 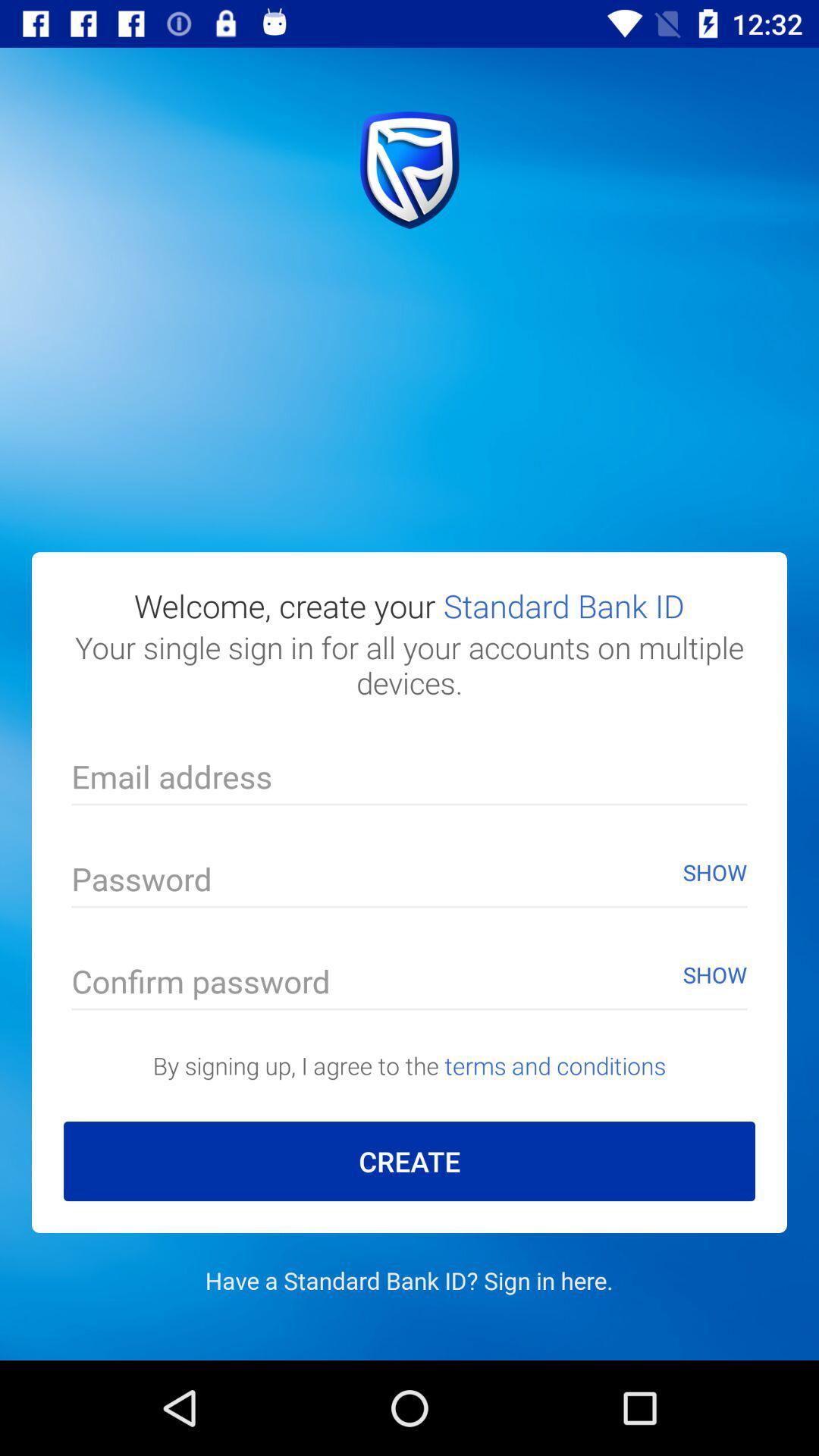 I want to click on password, so click(x=409, y=883).